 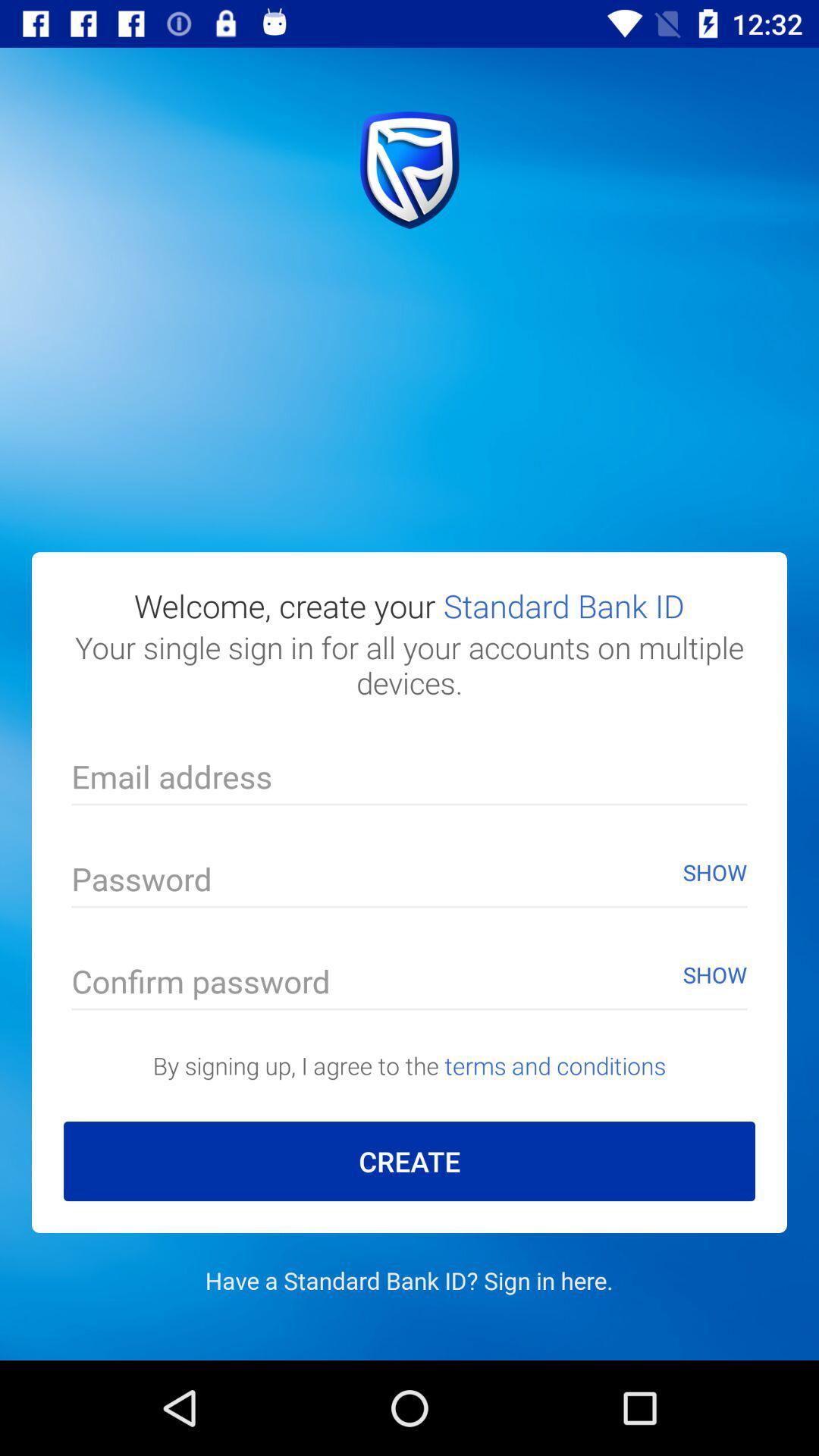 I want to click on password, so click(x=409, y=883).